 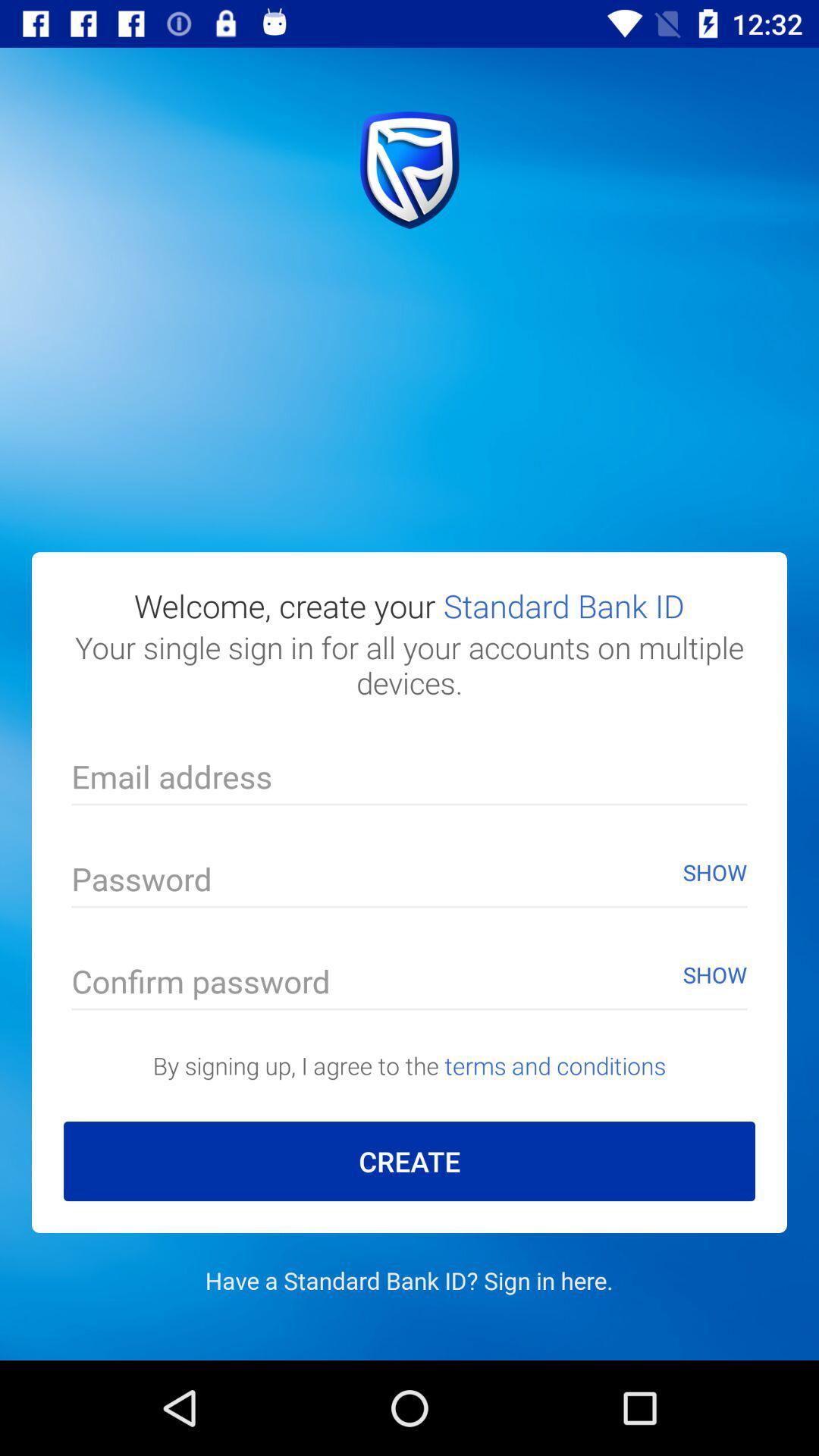 I want to click on password, so click(x=409, y=883).